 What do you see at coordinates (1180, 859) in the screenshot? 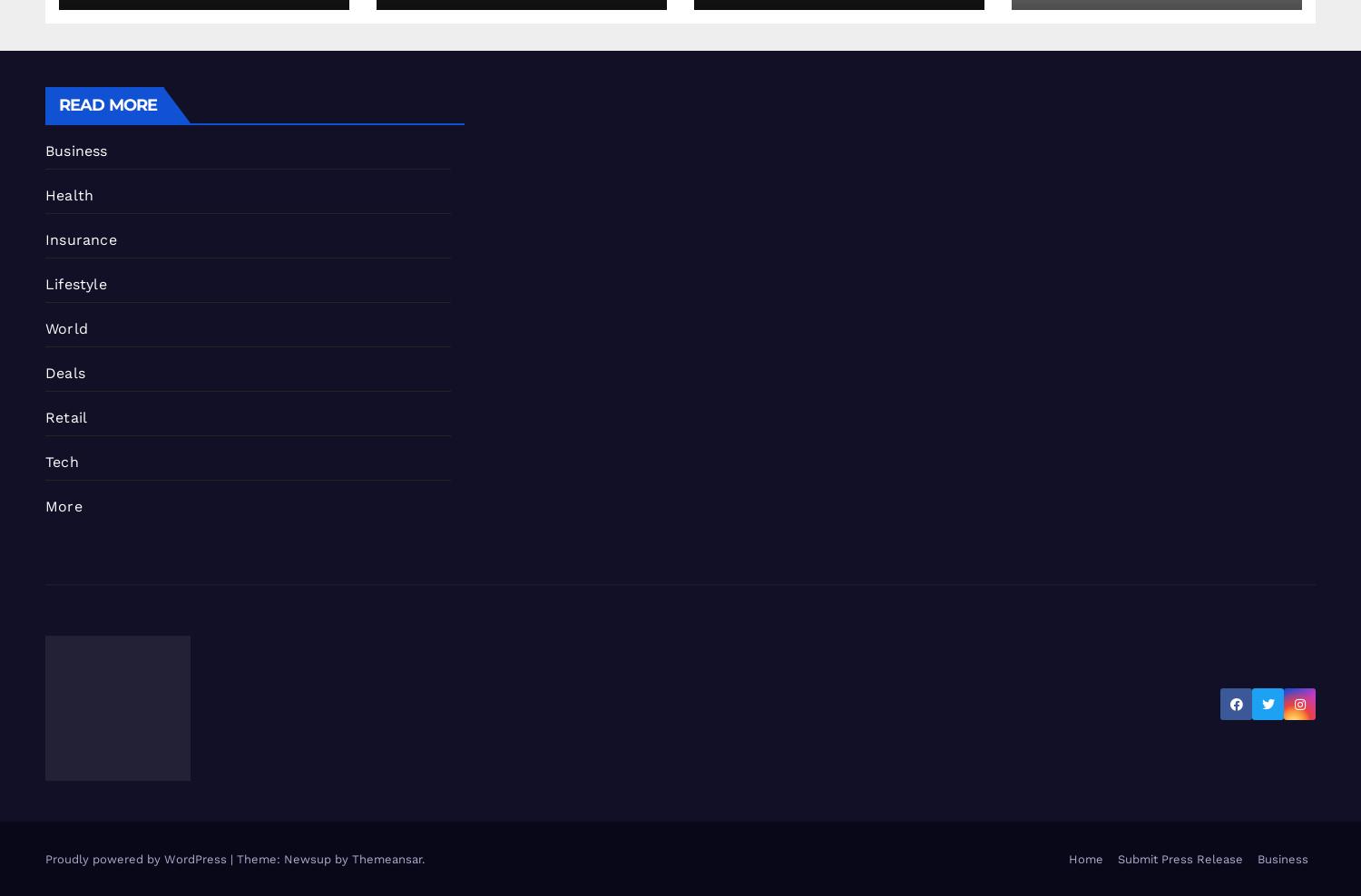
I see `'Submit Press Release'` at bounding box center [1180, 859].